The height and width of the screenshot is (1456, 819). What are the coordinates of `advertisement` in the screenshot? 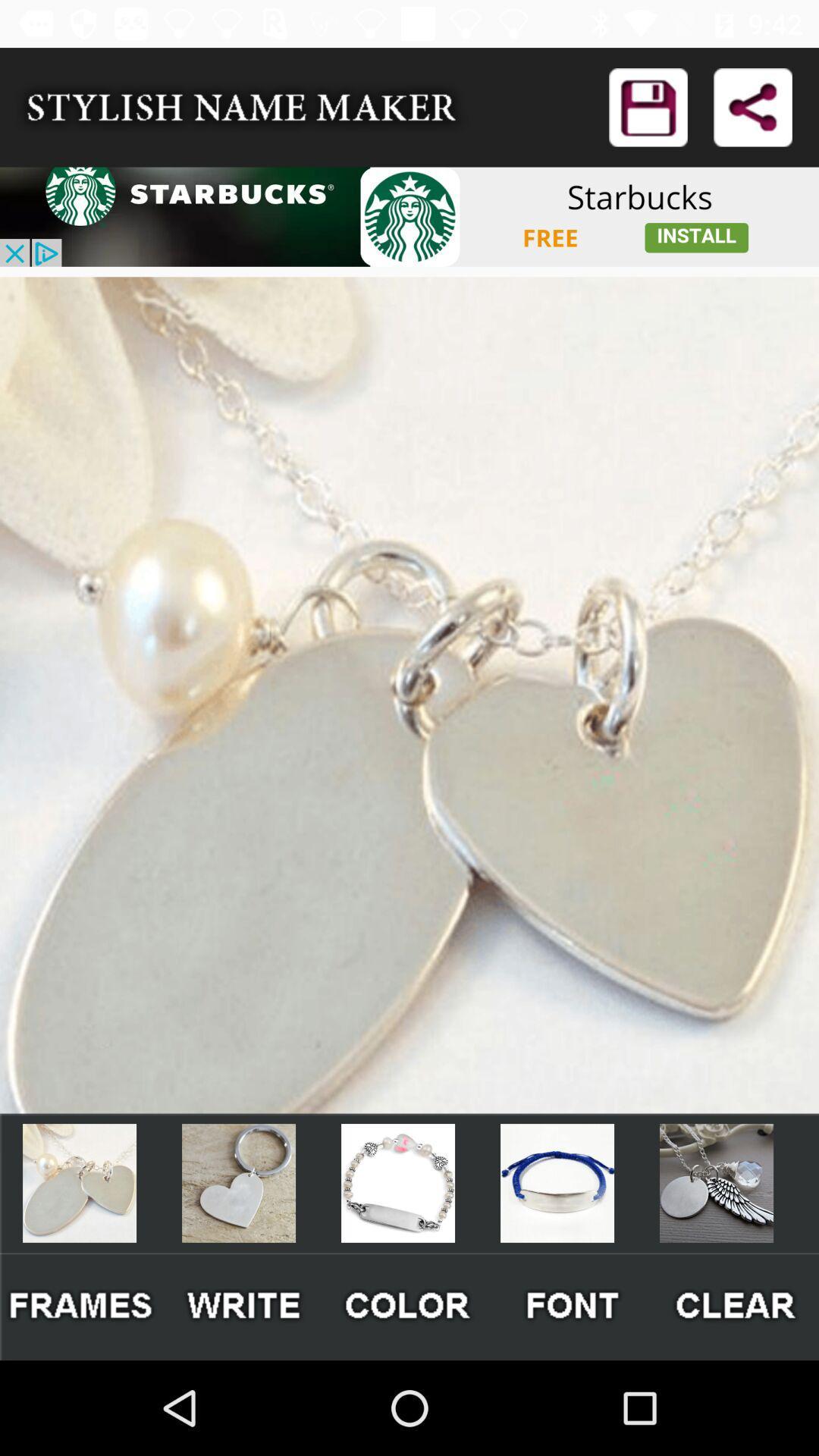 It's located at (409, 216).